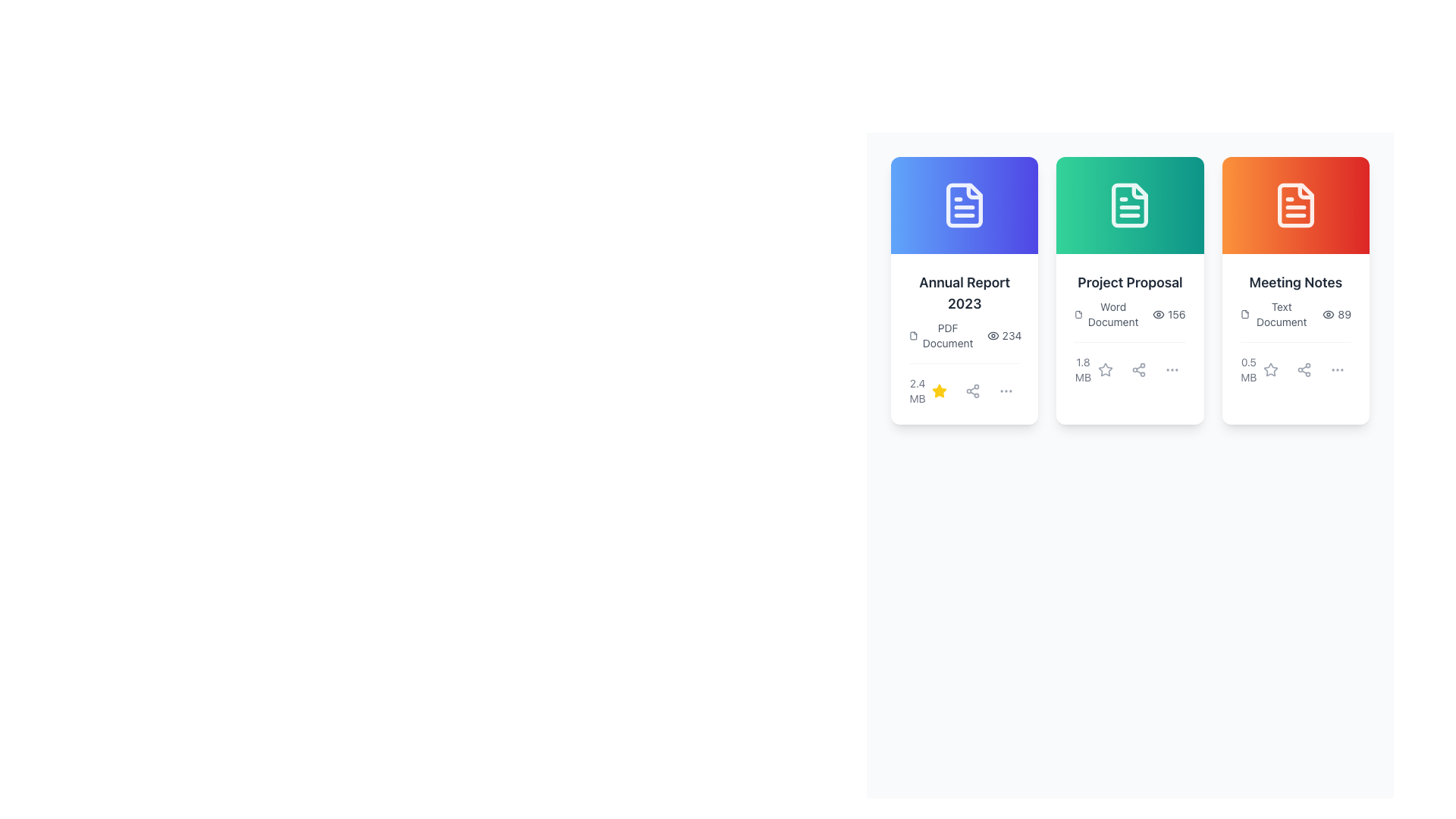 The image size is (1456, 819). What do you see at coordinates (1270, 369) in the screenshot?
I see `the star icon in the 'Meeting Notes' card` at bounding box center [1270, 369].